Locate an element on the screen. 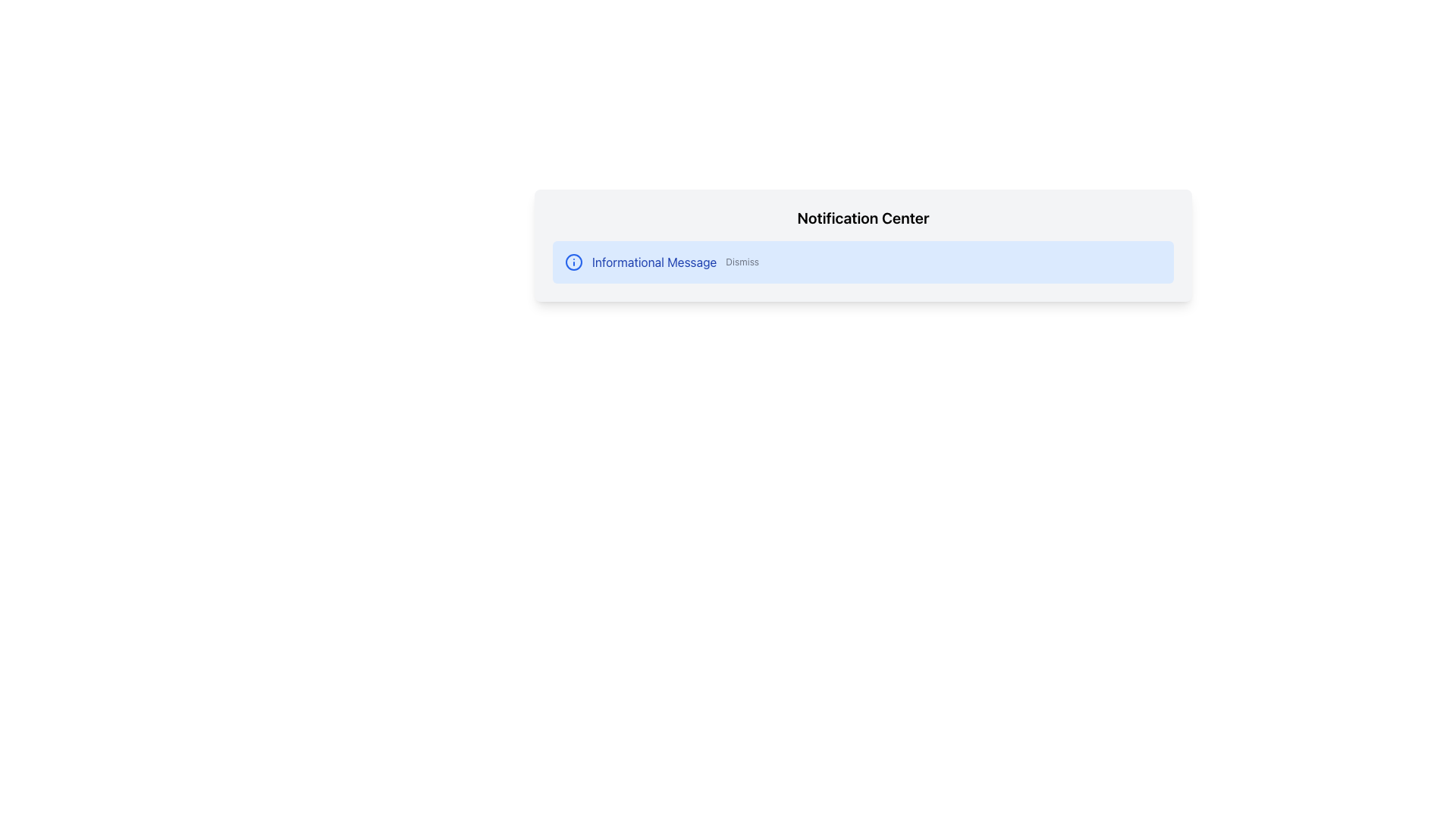 Image resolution: width=1456 pixels, height=819 pixels. the 'Informational Message' text label, which is styled in blue and located within the notification panel, positioned between an informational icon and a 'Dismiss' action link is located at coordinates (654, 262).